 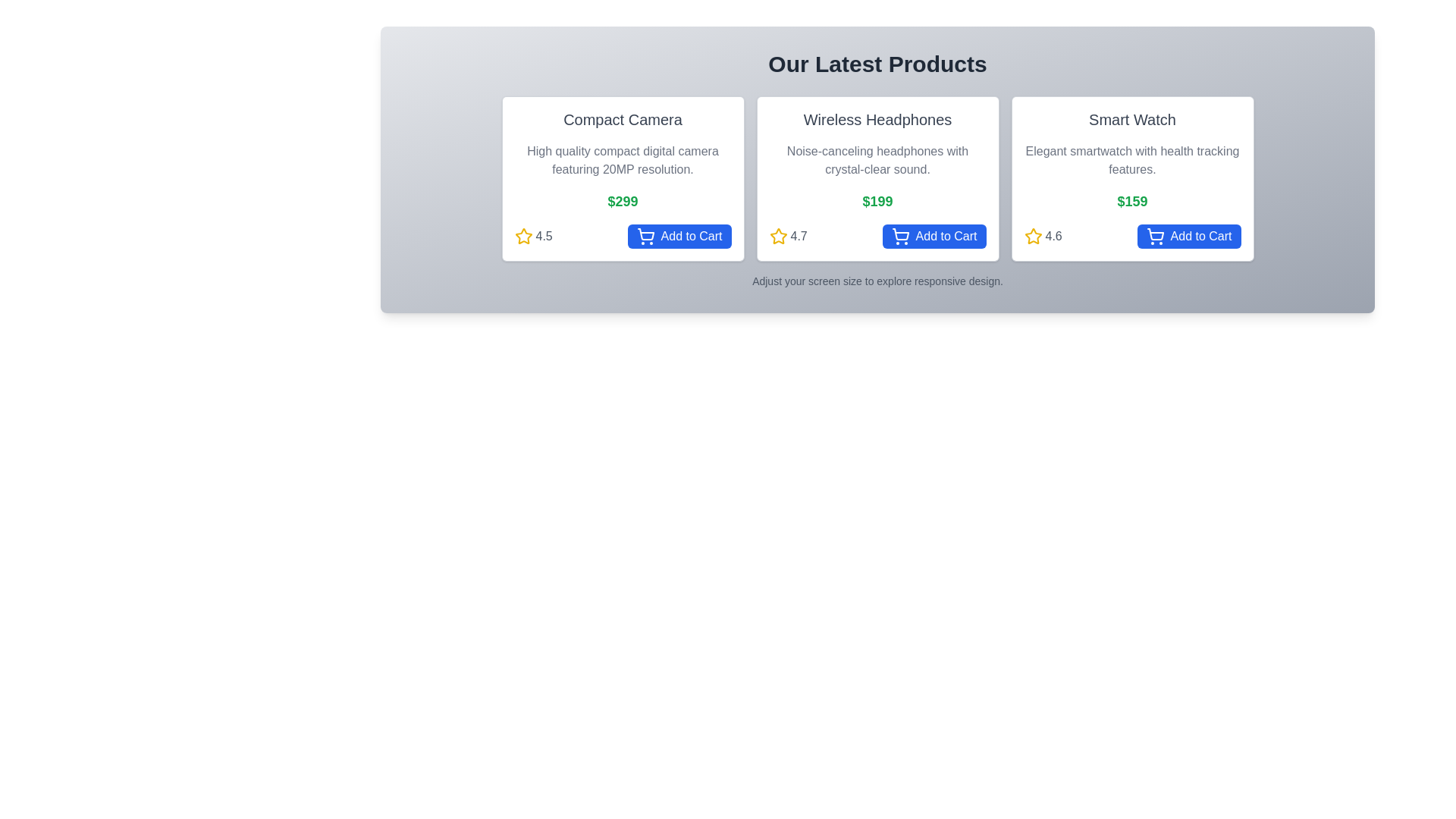 I want to click on the shopping cart icon within the blue 'Add to Cart' button for the 'Wireless Headphones' product, so click(x=900, y=237).